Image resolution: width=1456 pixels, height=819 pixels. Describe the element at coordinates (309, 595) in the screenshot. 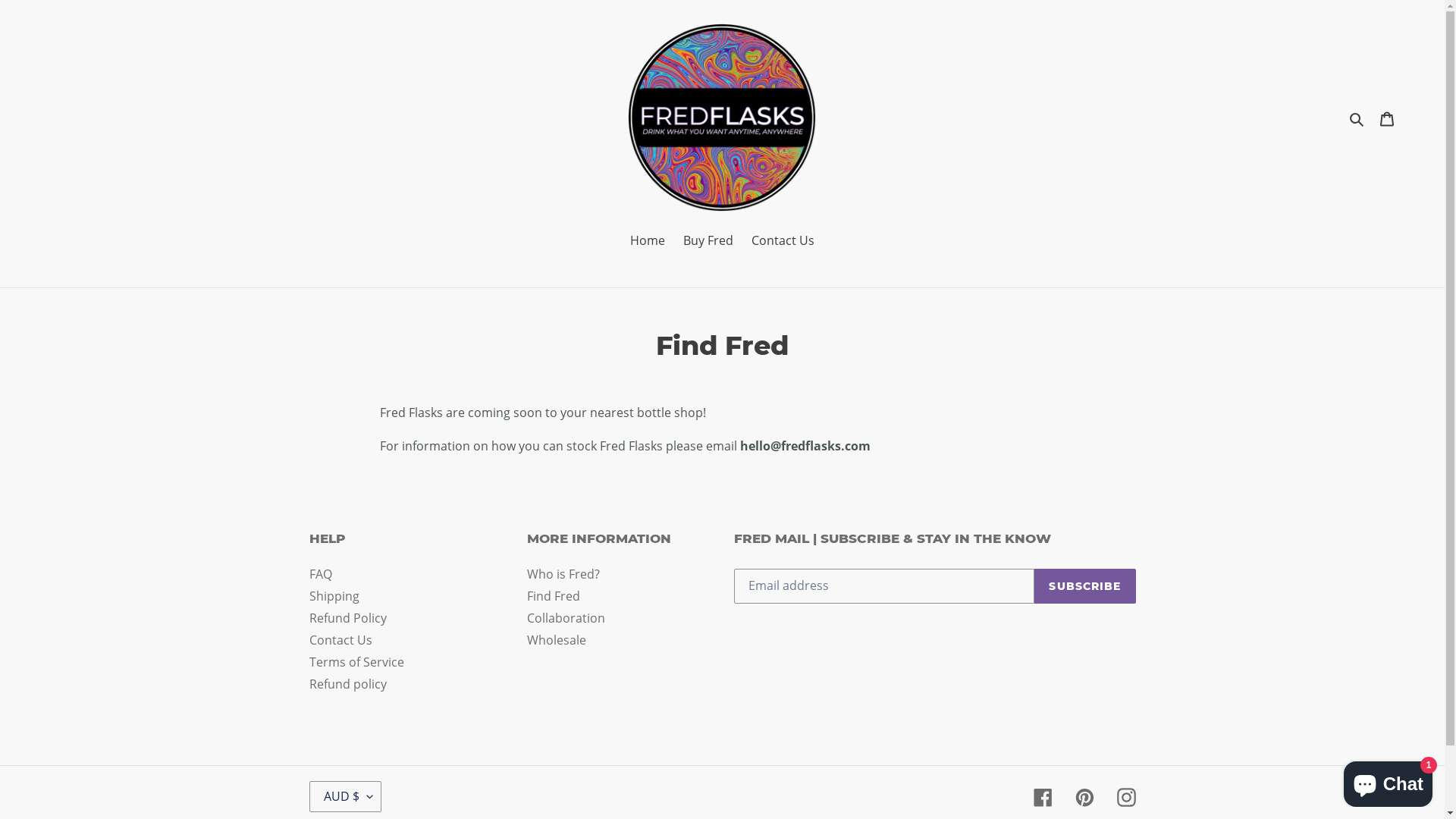

I see `'Shipping'` at that location.